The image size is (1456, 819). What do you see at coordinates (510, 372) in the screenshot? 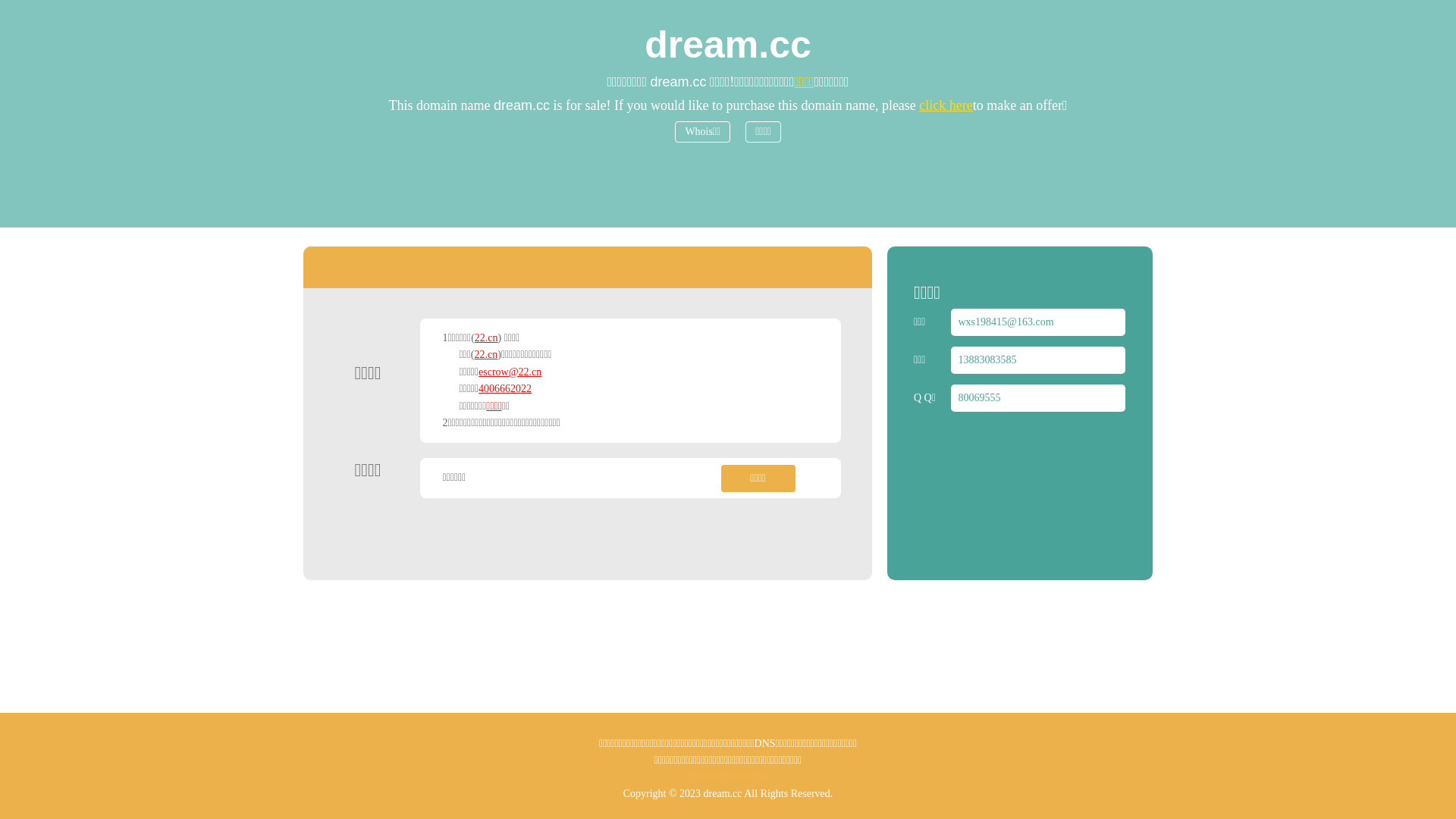
I see `'escrow@22.cn'` at bounding box center [510, 372].